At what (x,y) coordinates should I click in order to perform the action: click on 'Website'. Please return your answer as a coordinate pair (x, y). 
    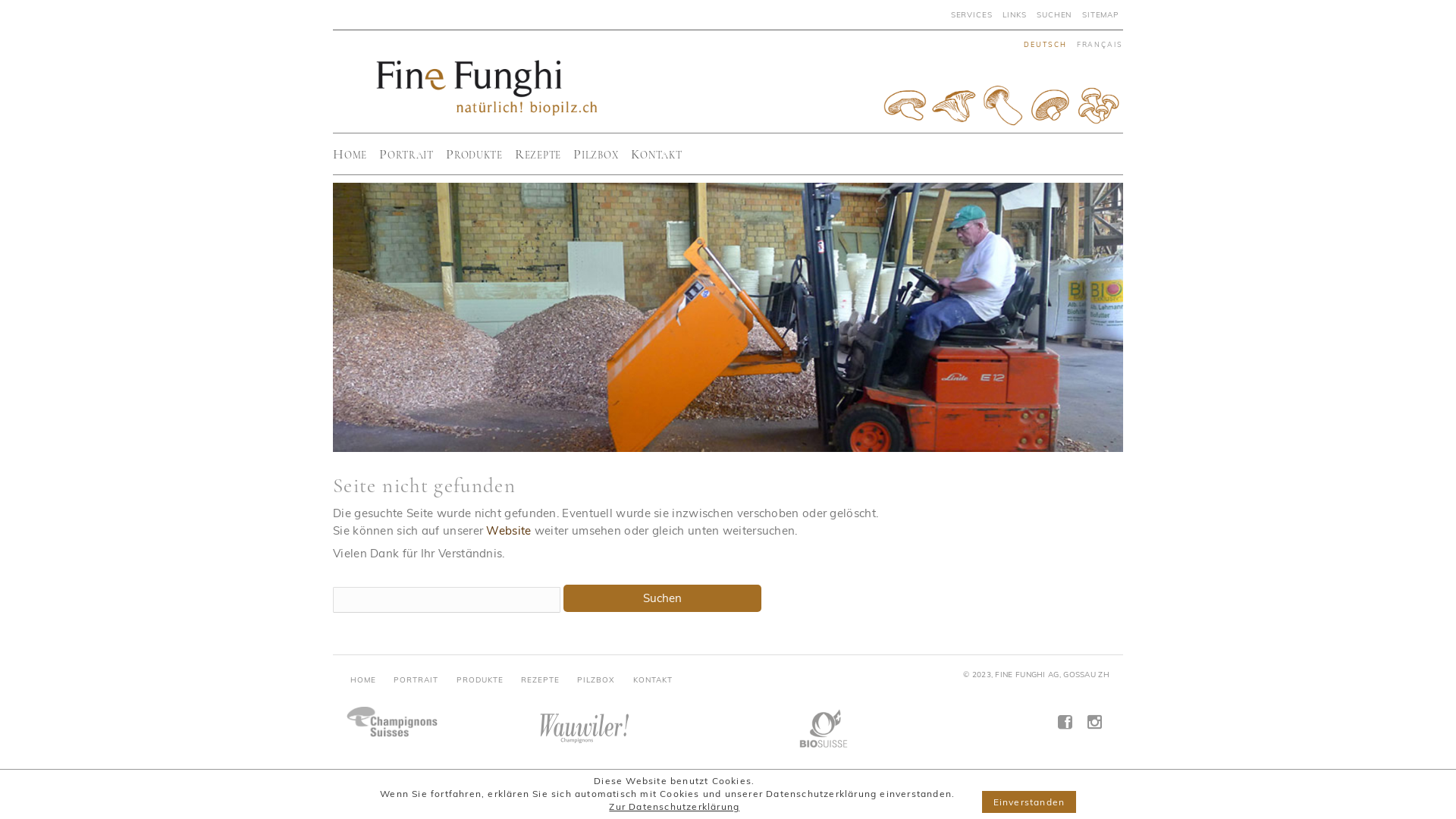
    Looking at the image, I should click on (508, 529).